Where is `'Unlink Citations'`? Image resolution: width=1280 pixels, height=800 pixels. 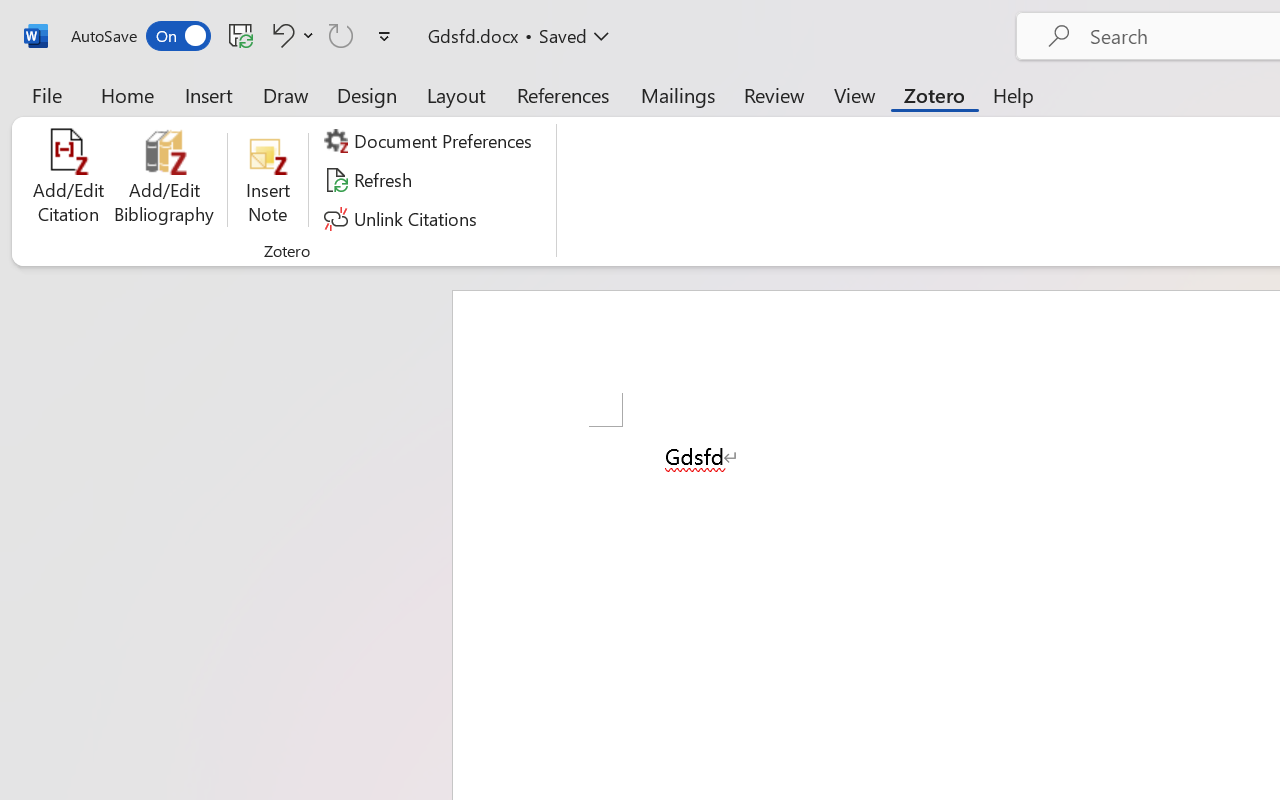
'Unlink Citations' is located at coordinates (402, 218).